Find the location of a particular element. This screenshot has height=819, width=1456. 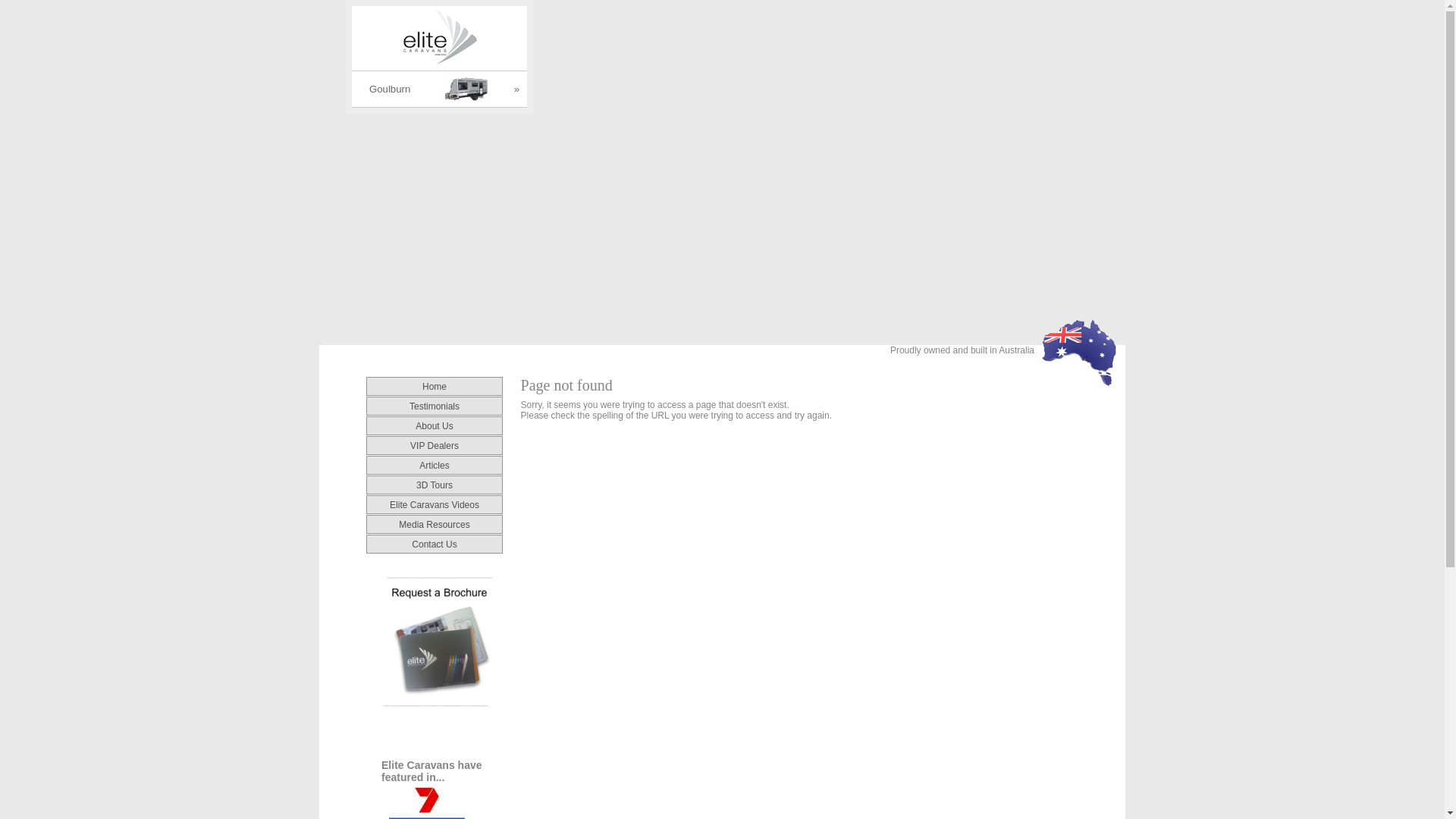

'Media Resources' is located at coordinates (433, 522).